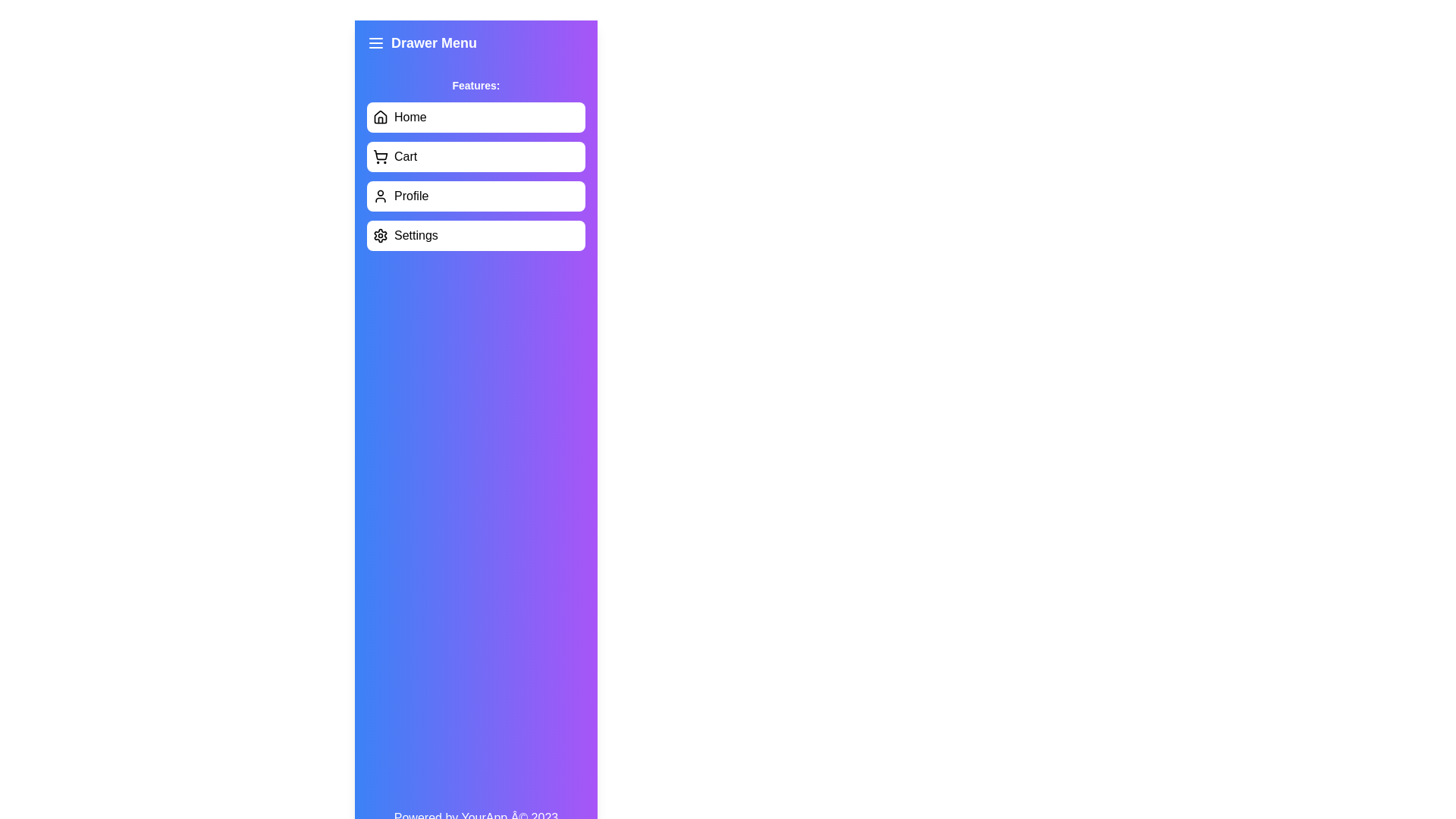 This screenshot has width=1456, height=819. What do you see at coordinates (406, 157) in the screenshot?
I see `the 'Cart' label in the sidebar menu, which is the second button in a vertical list of four options, positioned below 'Home' and above 'Profile'` at bounding box center [406, 157].